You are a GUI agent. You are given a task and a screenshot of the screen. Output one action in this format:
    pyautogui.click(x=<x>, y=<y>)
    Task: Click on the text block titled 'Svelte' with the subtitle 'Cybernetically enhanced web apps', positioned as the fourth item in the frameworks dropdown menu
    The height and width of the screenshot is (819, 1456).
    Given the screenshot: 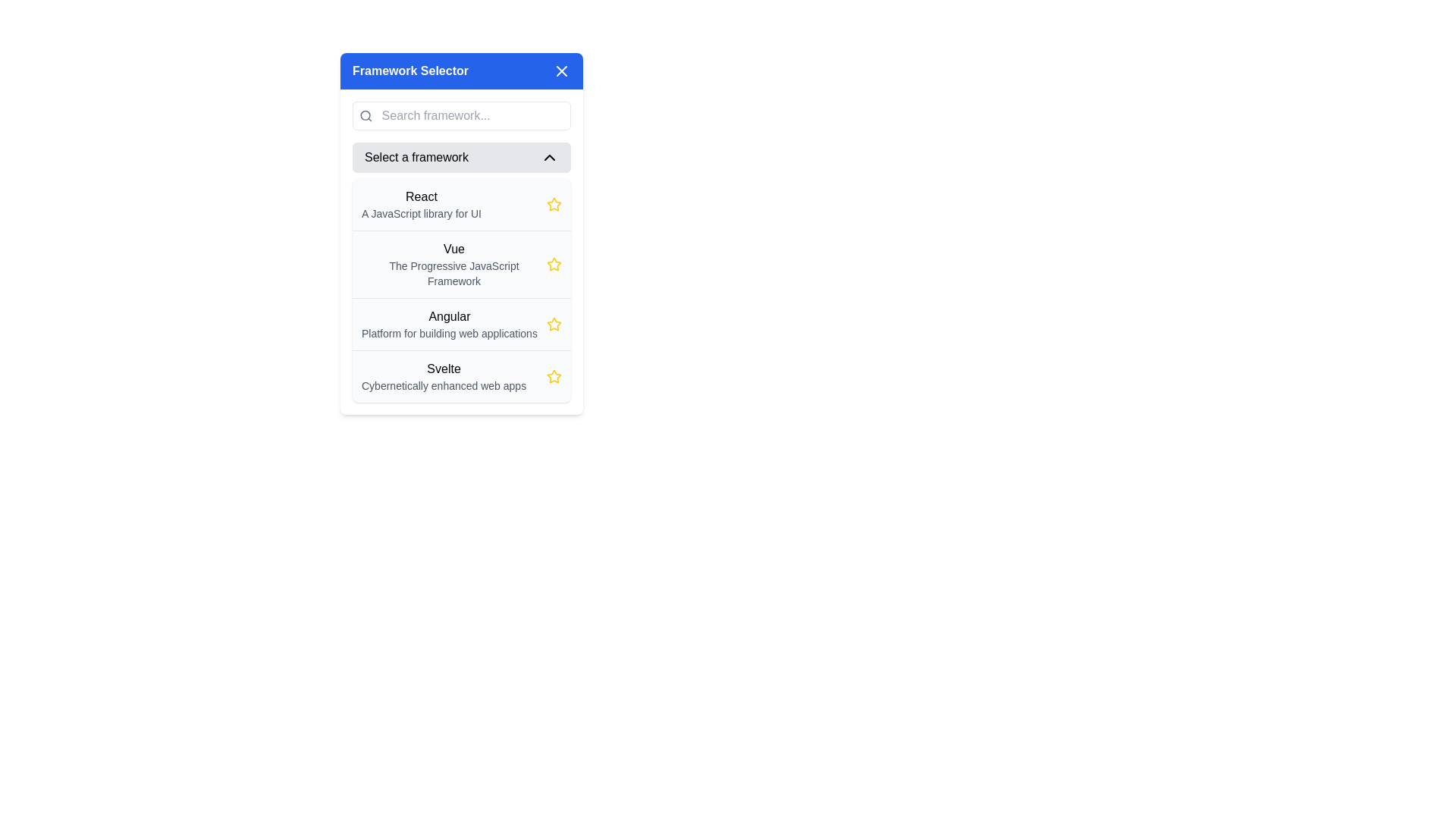 What is the action you would take?
    pyautogui.click(x=443, y=376)
    